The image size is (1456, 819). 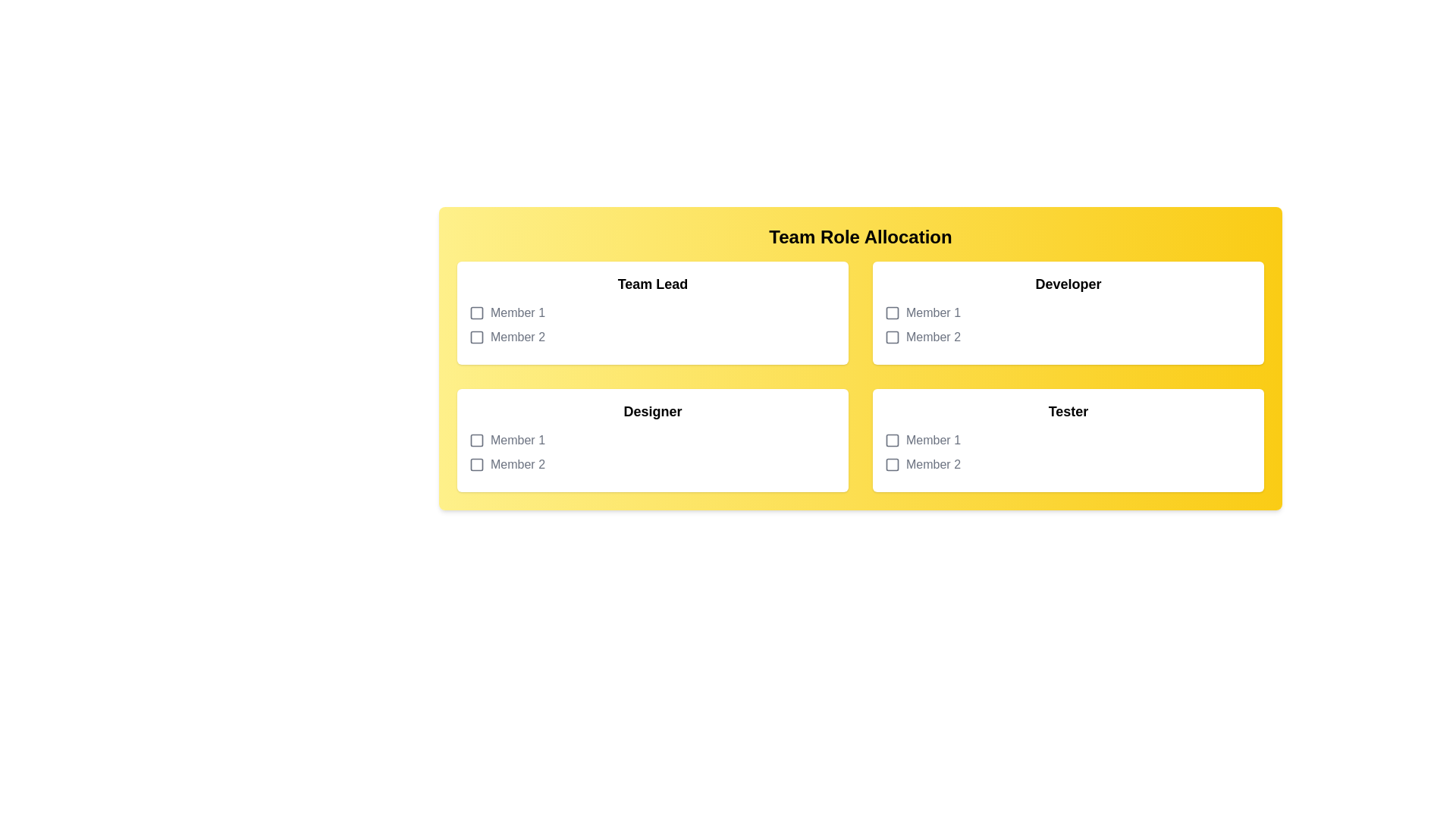 What do you see at coordinates (892, 441) in the screenshot?
I see `the icon next to Tester for Member 1 to toggle selection` at bounding box center [892, 441].